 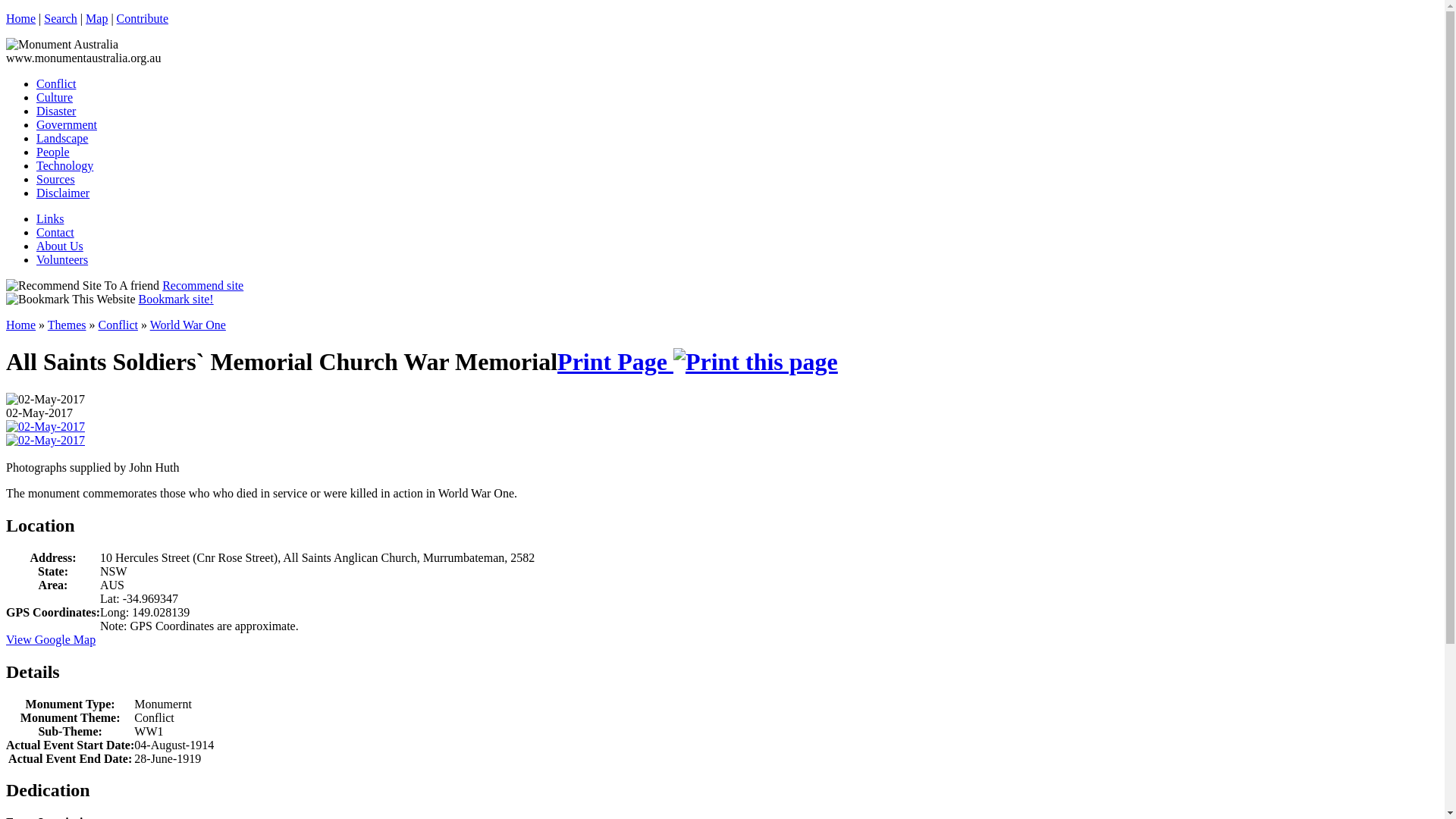 I want to click on 'Volunteers', so click(x=61, y=259).